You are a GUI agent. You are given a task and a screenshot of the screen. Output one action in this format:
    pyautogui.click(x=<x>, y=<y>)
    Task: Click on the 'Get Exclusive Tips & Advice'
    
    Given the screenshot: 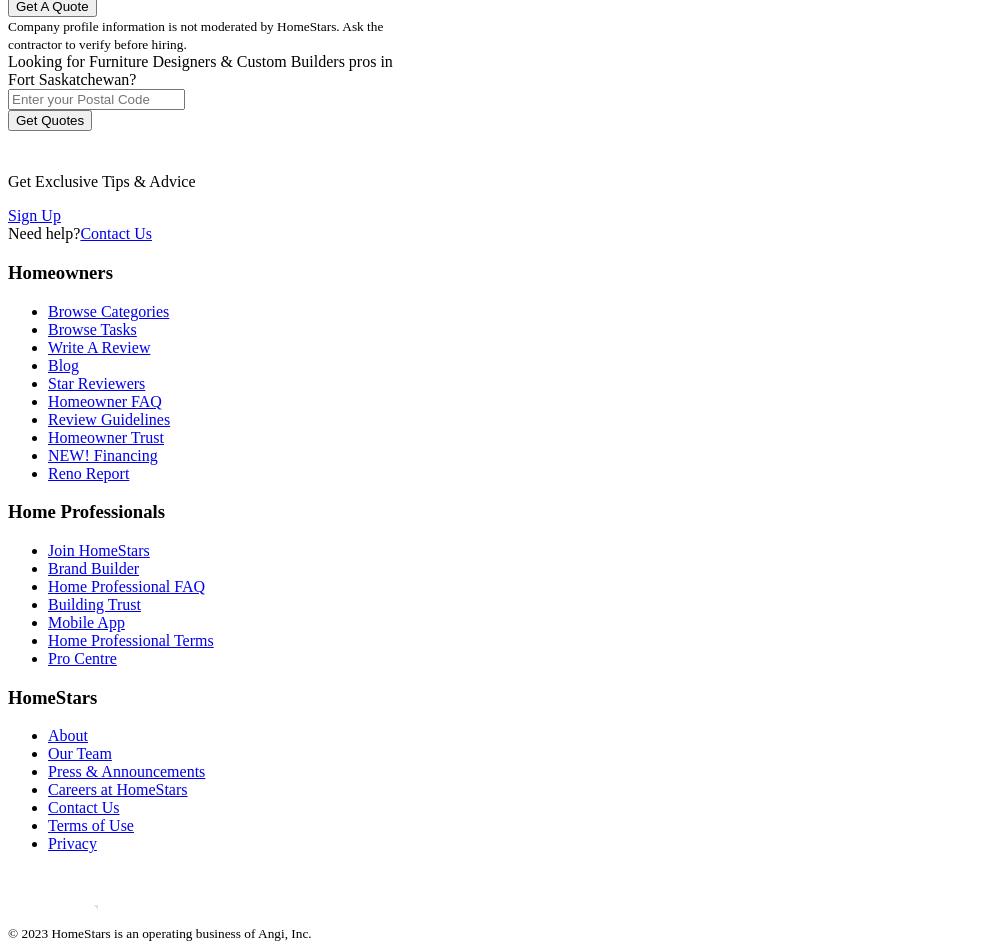 What is the action you would take?
    pyautogui.click(x=100, y=181)
    